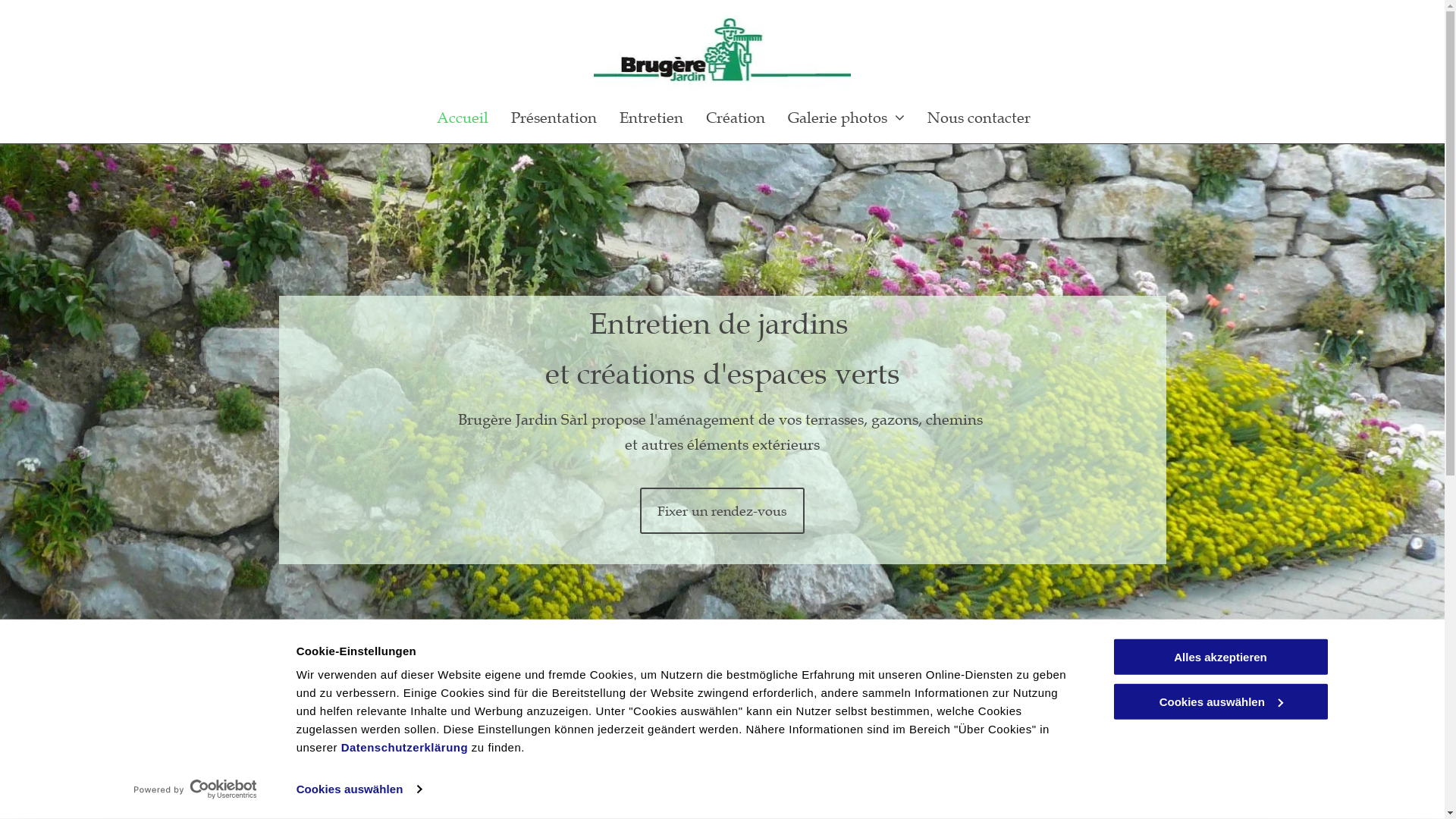  Describe the element at coordinates (721, 510) in the screenshot. I see `'Fixer un rendez-vous'` at that location.